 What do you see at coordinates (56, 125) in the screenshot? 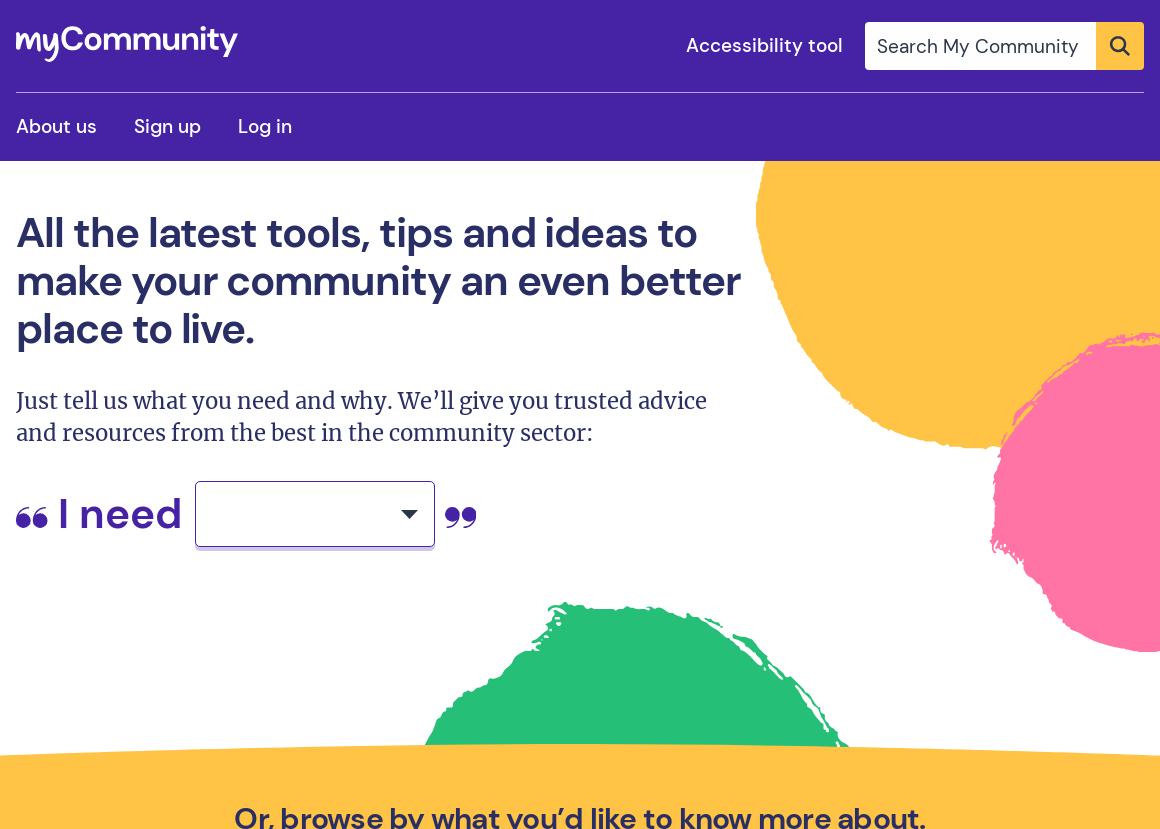
I see `'About us'` at bounding box center [56, 125].